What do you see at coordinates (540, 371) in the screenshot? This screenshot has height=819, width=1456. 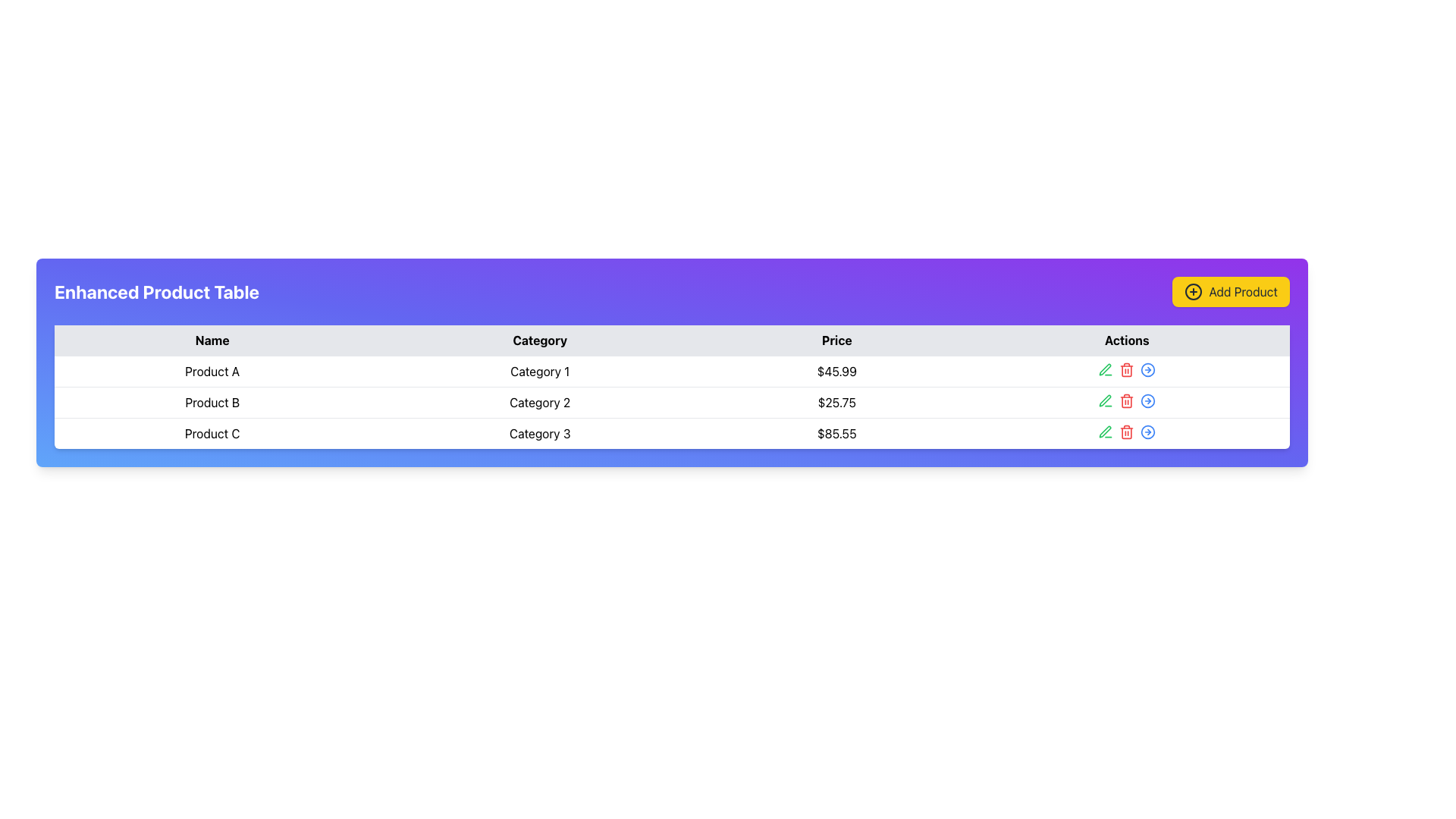 I see `text content of the label indicating the category of 'Product A', located in the second column of the first row of the table` at bounding box center [540, 371].